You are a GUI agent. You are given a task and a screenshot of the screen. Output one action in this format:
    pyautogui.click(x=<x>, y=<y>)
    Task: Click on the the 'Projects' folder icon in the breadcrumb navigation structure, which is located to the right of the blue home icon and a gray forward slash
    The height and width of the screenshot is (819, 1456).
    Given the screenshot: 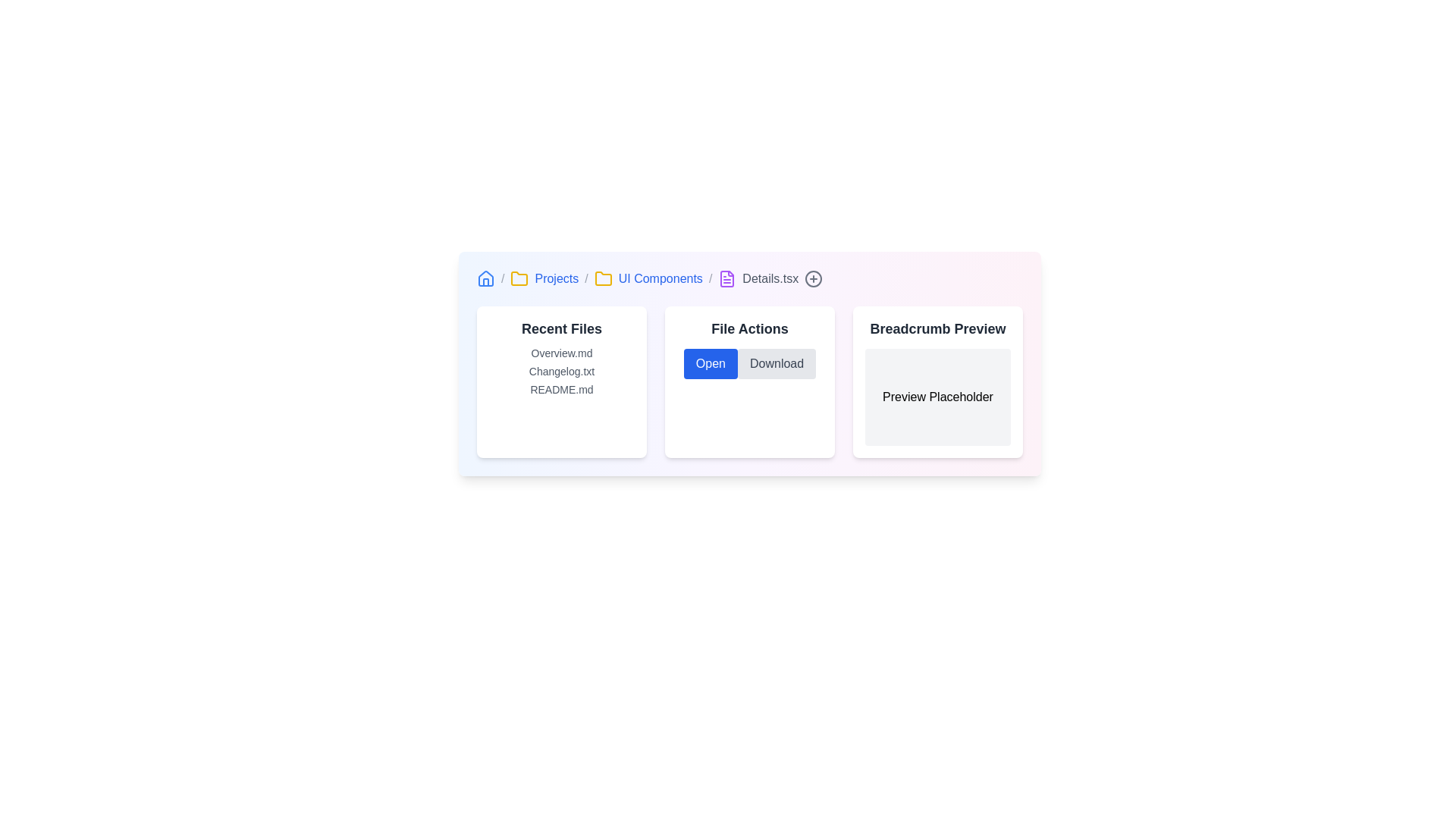 What is the action you would take?
    pyautogui.click(x=519, y=278)
    